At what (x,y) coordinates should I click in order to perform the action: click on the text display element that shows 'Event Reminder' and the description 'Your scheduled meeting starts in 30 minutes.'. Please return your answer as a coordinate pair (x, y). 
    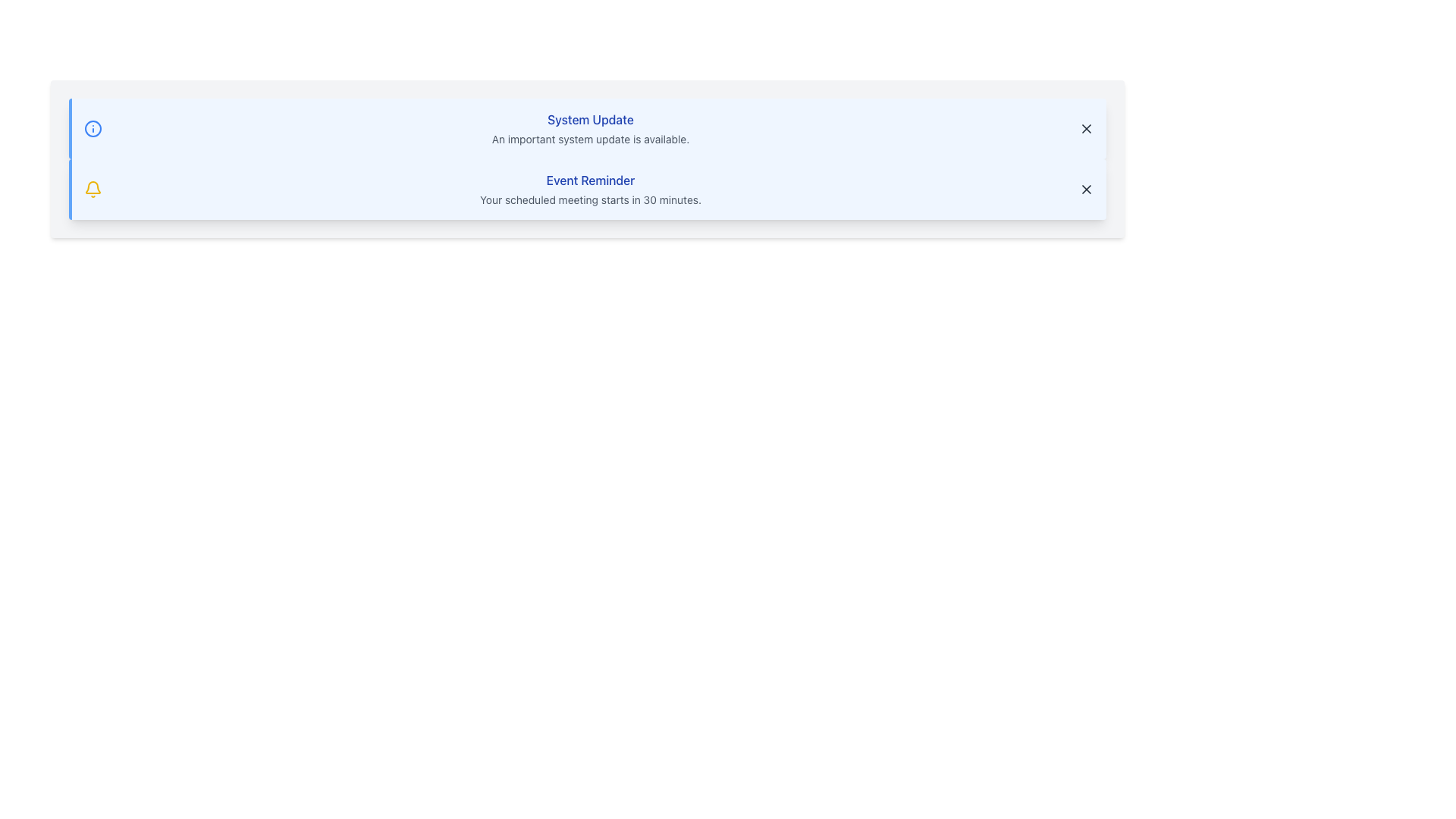
    Looking at the image, I should click on (589, 189).